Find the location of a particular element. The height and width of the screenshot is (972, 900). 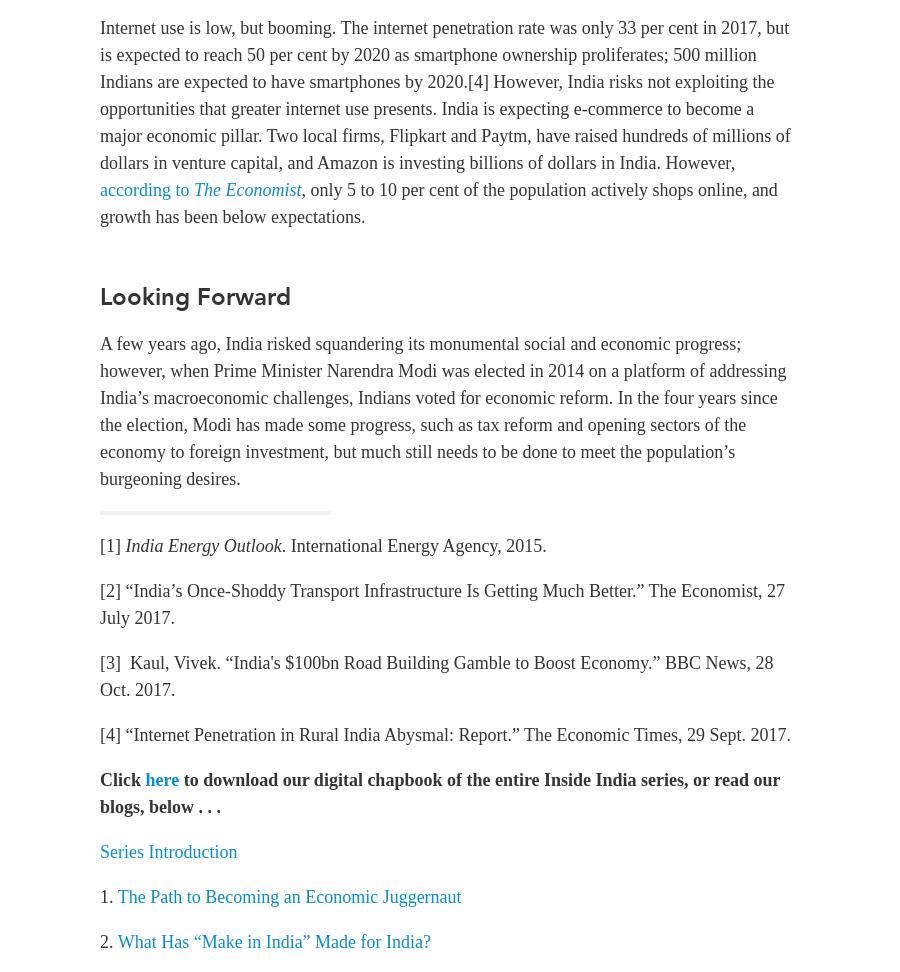

'[4] “Internet Penetration in Rural India Abysmal: Report.” The Economic Times, 29 Sept. 2017.' is located at coordinates (98, 735).